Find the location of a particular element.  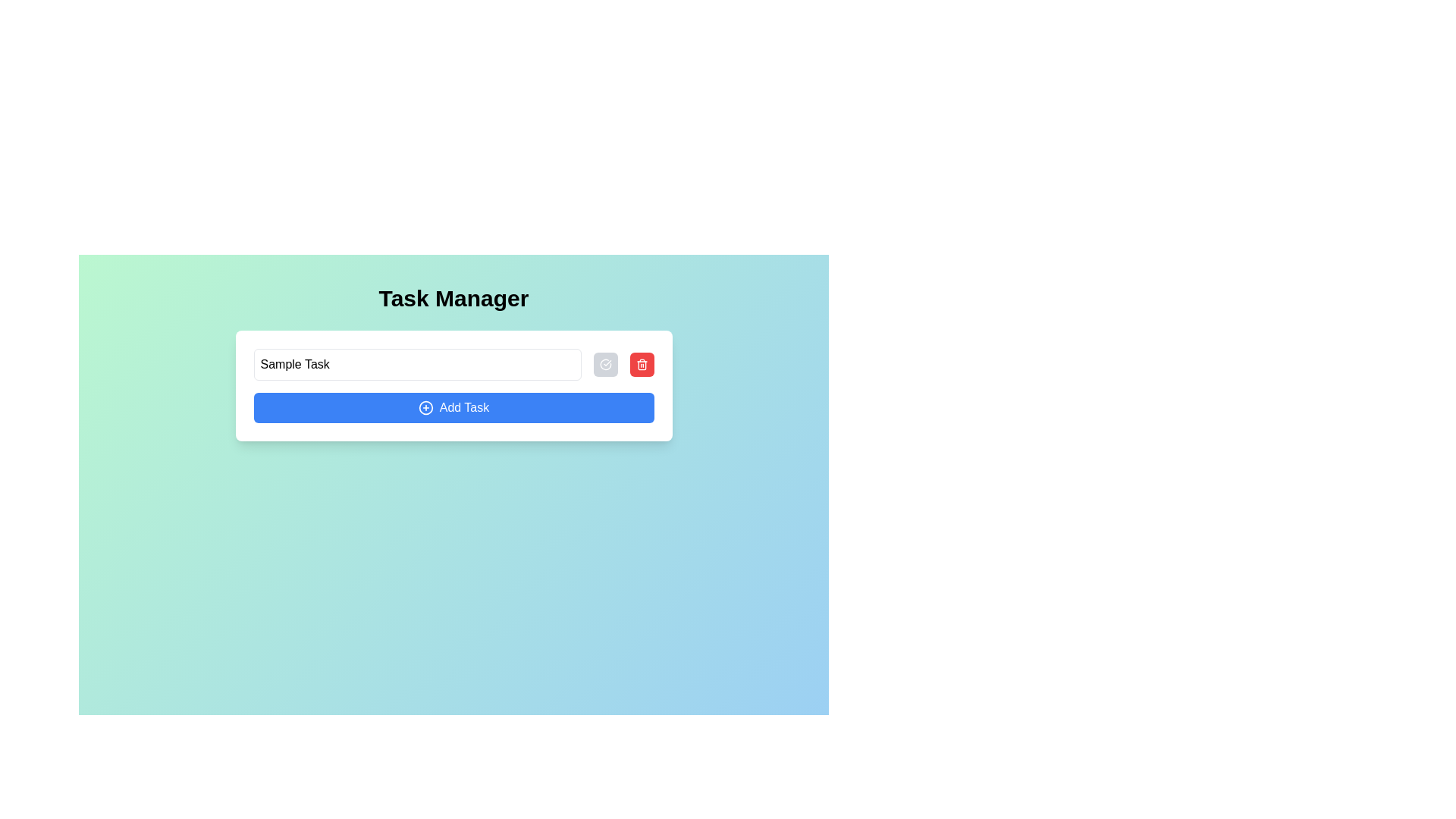

the 'Add Task' button, which is the last button in a white card with rounded corners is located at coordinates (453, 406).